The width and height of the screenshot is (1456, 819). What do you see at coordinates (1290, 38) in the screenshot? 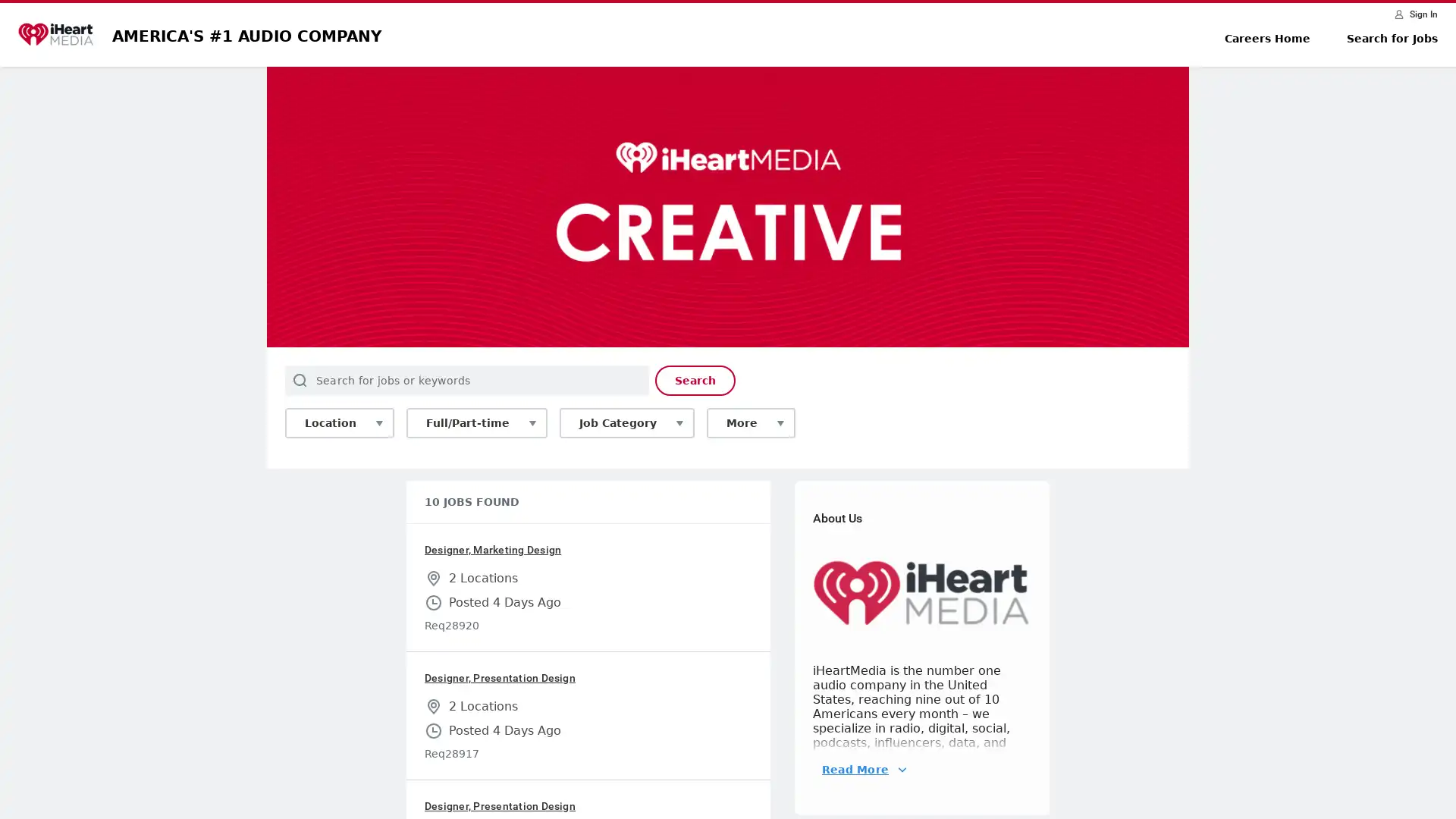
I see `Careers Home` at bounding box center [1290, 38].